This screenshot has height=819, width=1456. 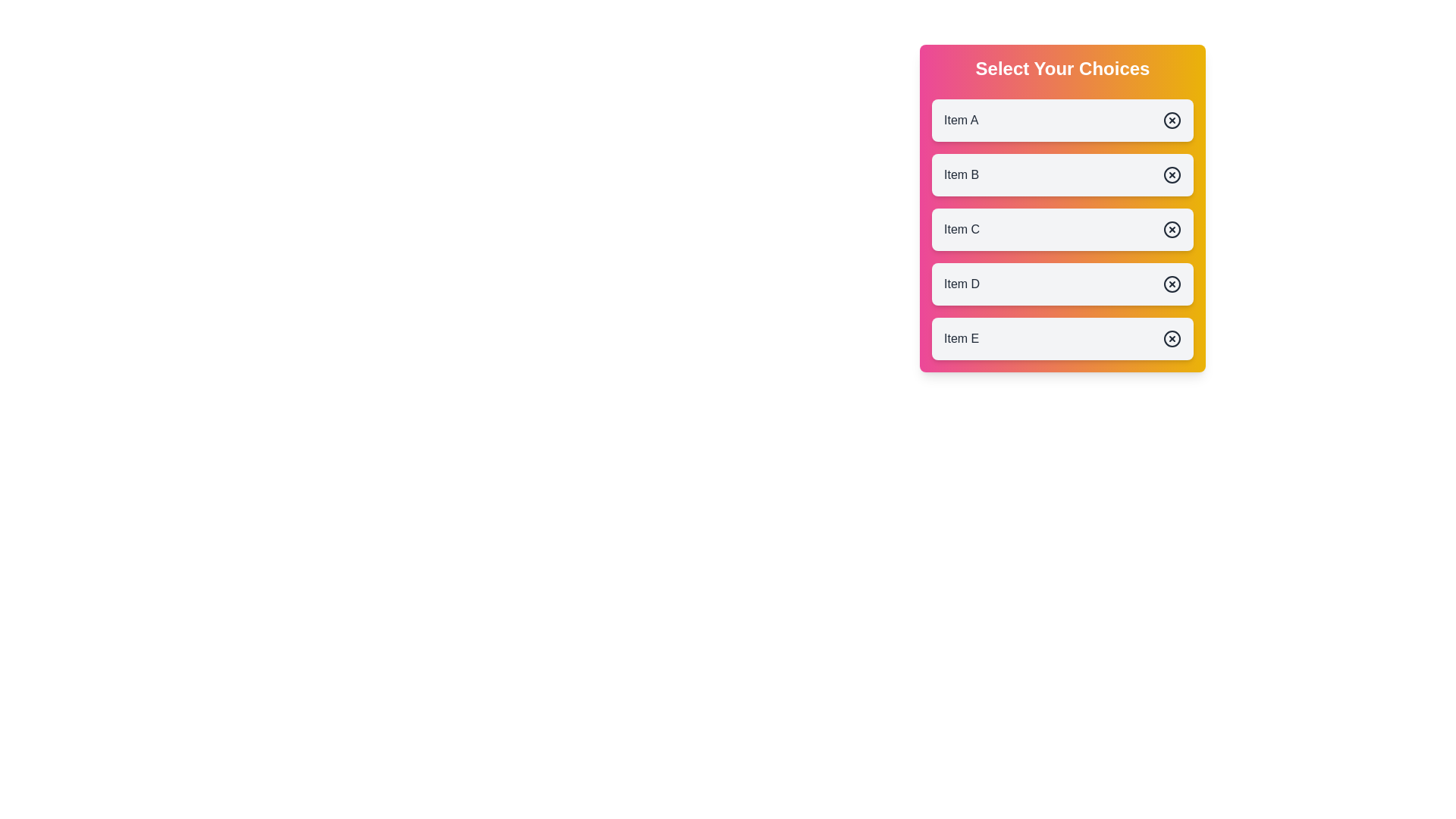 What do you see at coordinates (1062, 284) in the screenshot?
I see `the button labeled Item D to observe the animation` at bounding box center [1062, 284].